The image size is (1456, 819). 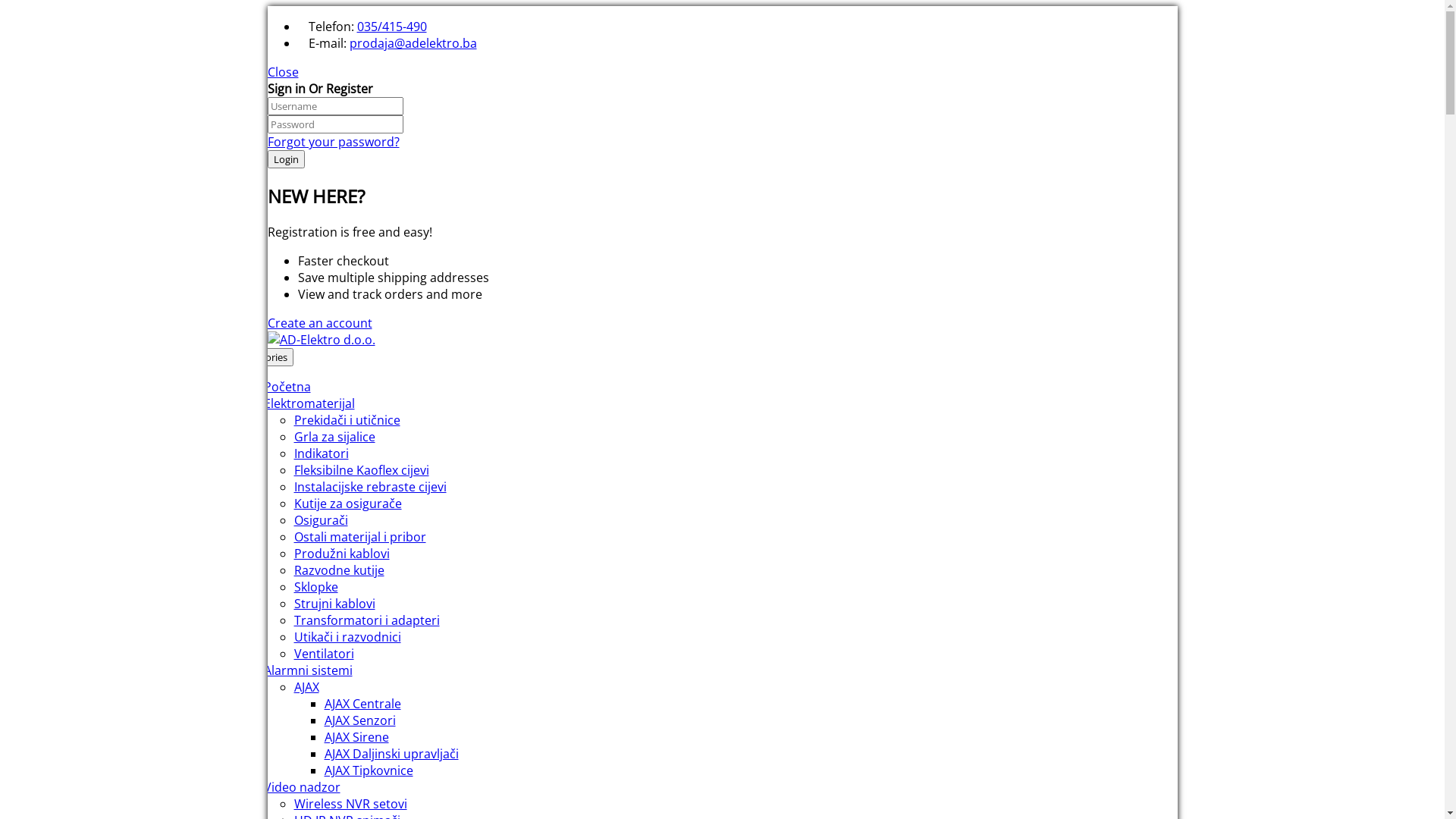 What do you see at coordinates (348, 42) in the screenshot?
I see `'prodaja@adelektro.ba'` at bounding box center [348, 42].